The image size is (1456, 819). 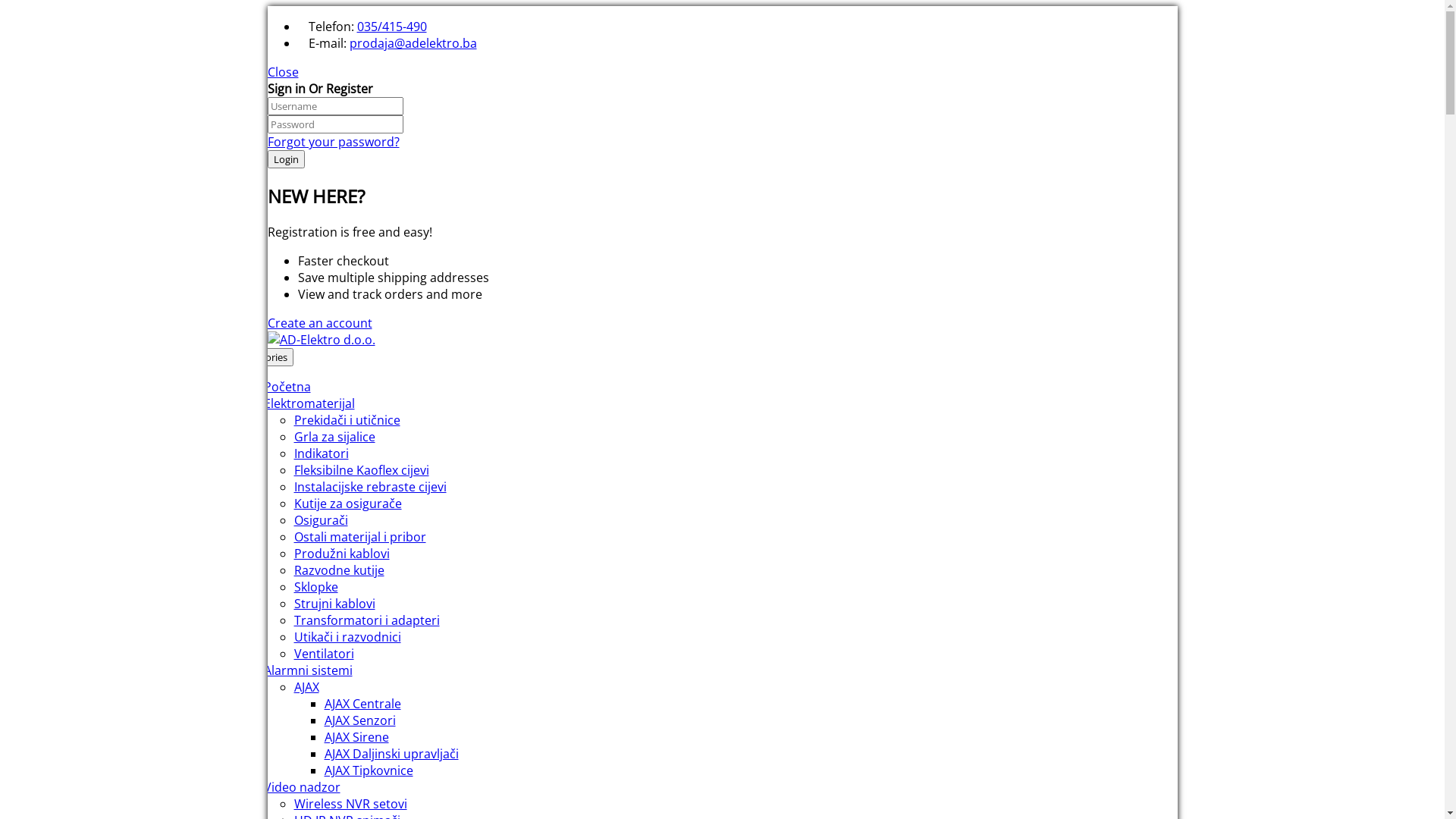 What do you see at coordinates (348, 42) in the screenshot?
I see `'prodaja@adelektro.ba'` at bounding box center [348, 42].